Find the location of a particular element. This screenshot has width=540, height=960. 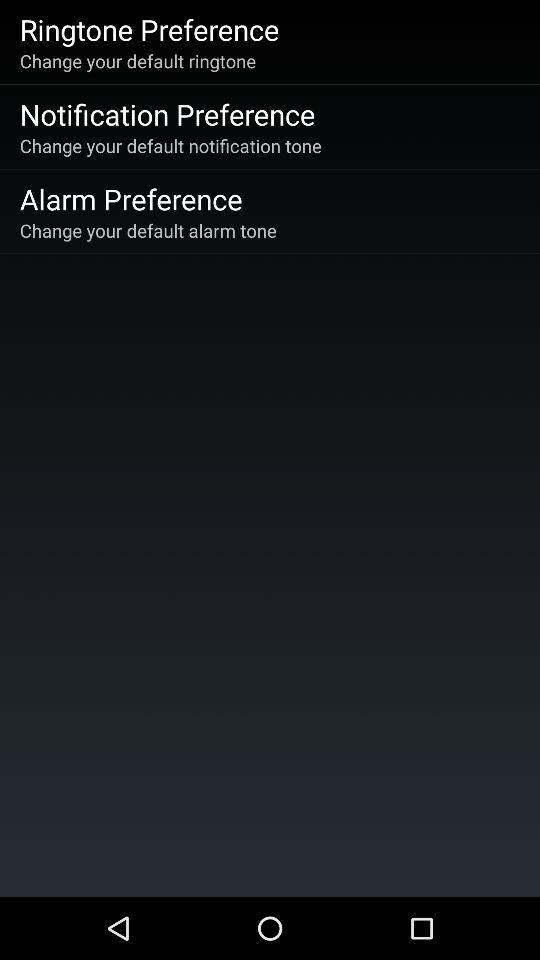

icon above change your default icon is located at coordinates (131, 198).